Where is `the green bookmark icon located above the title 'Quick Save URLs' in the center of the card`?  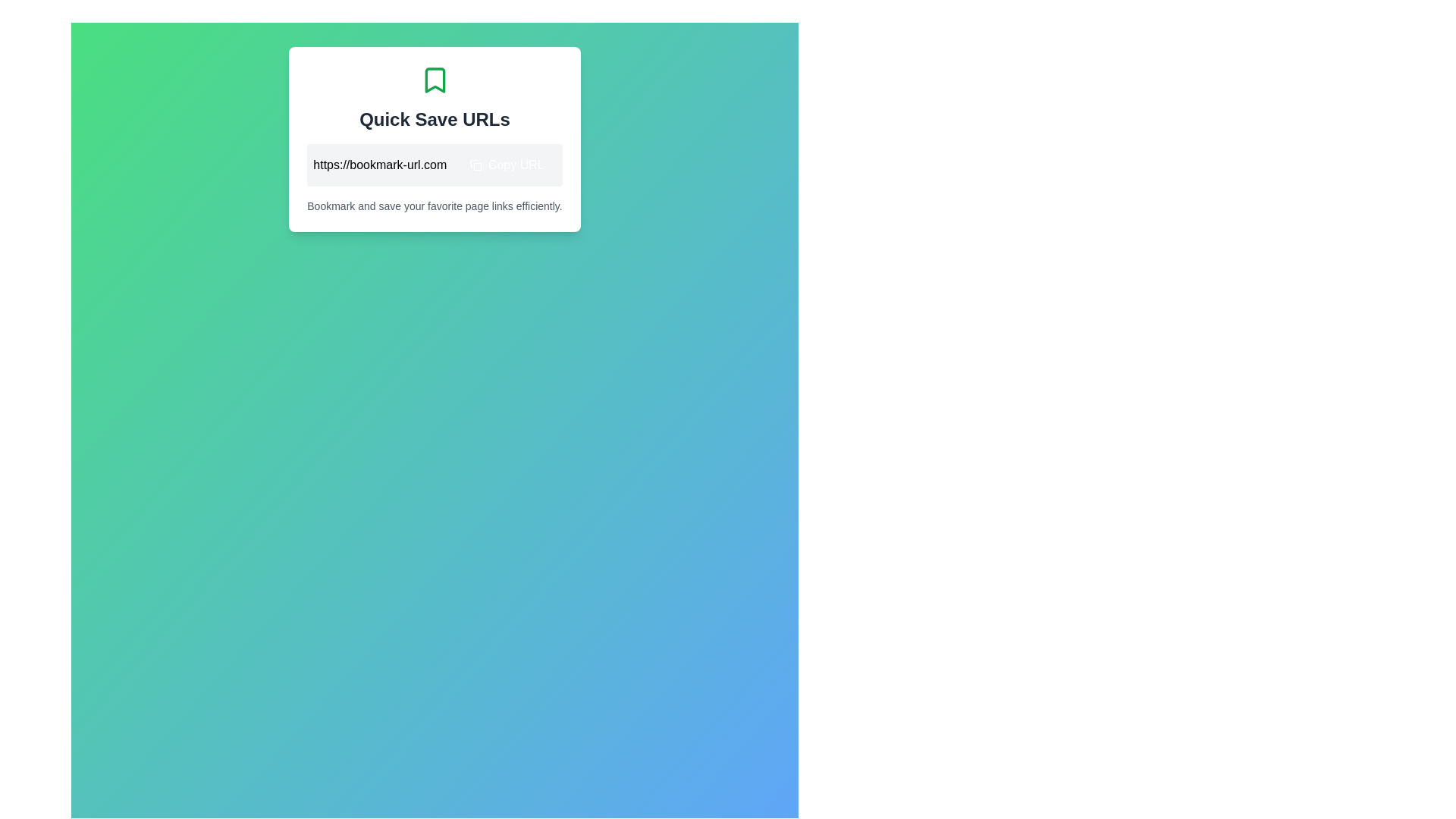 the green bookmark icon located above the title 'Quick Save URLs' in the center of the card is located at coordinates (434, 80).